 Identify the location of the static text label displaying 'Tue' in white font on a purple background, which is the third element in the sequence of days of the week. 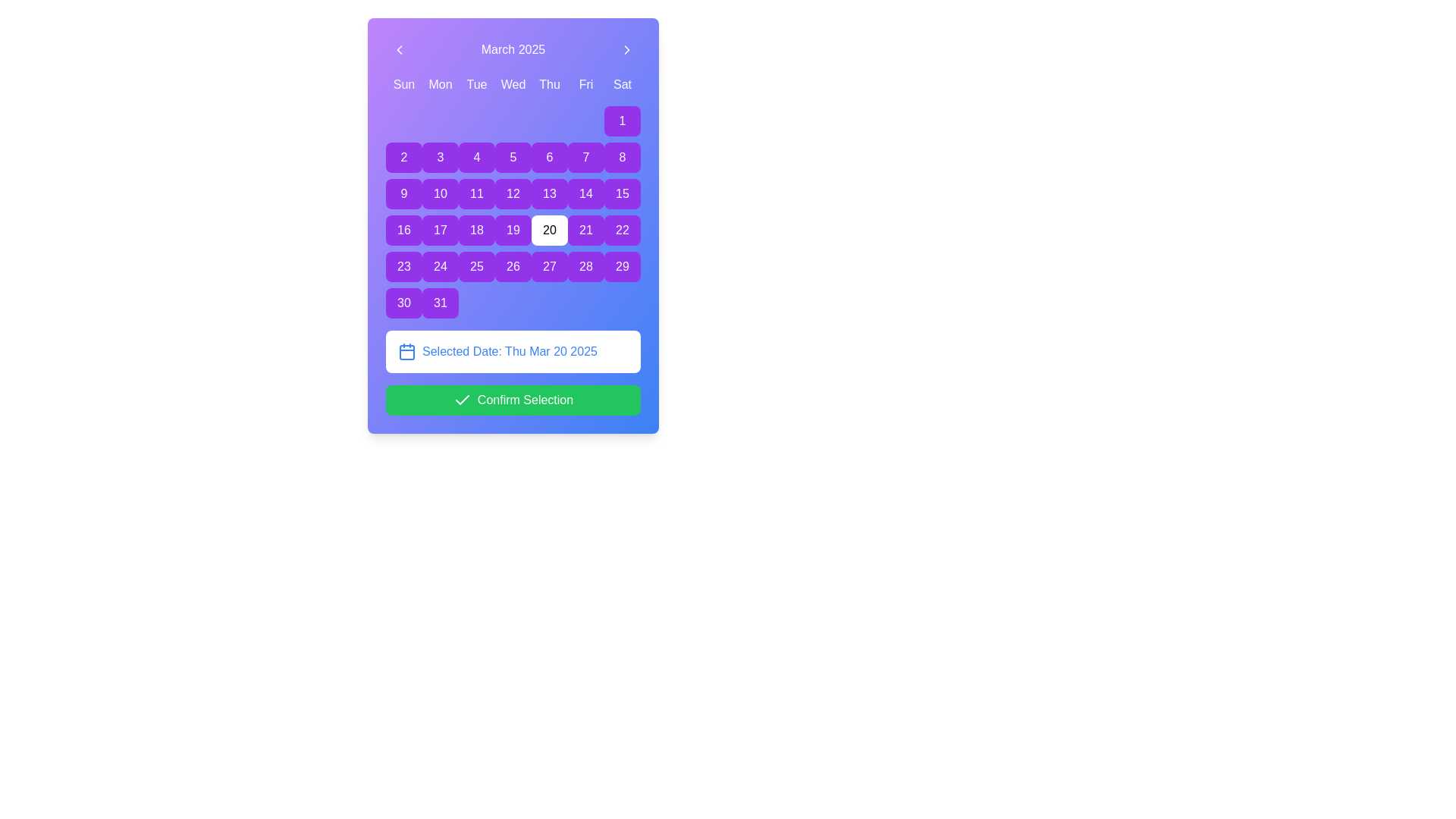
(475, 84).